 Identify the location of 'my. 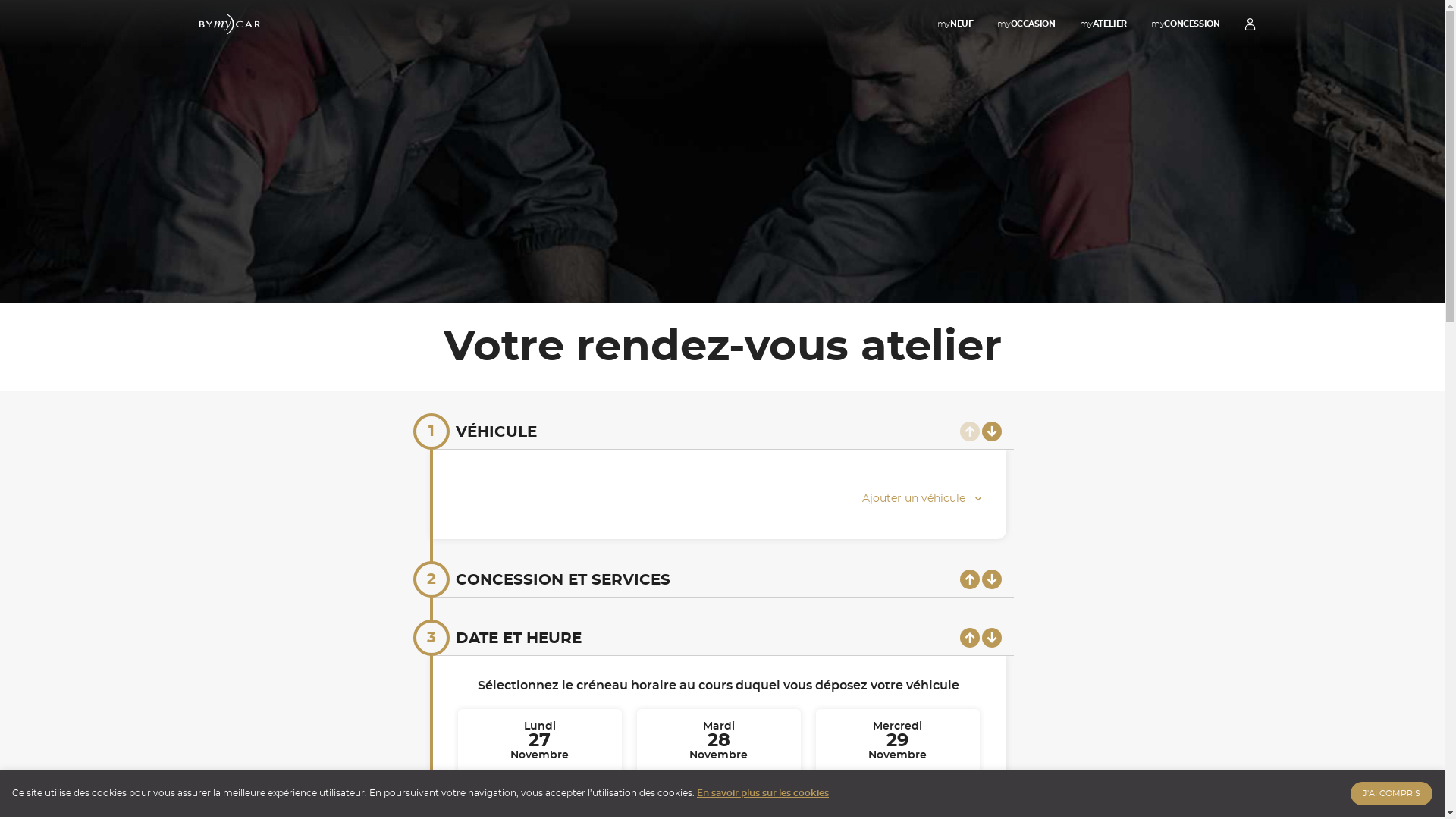
(1103, 24).